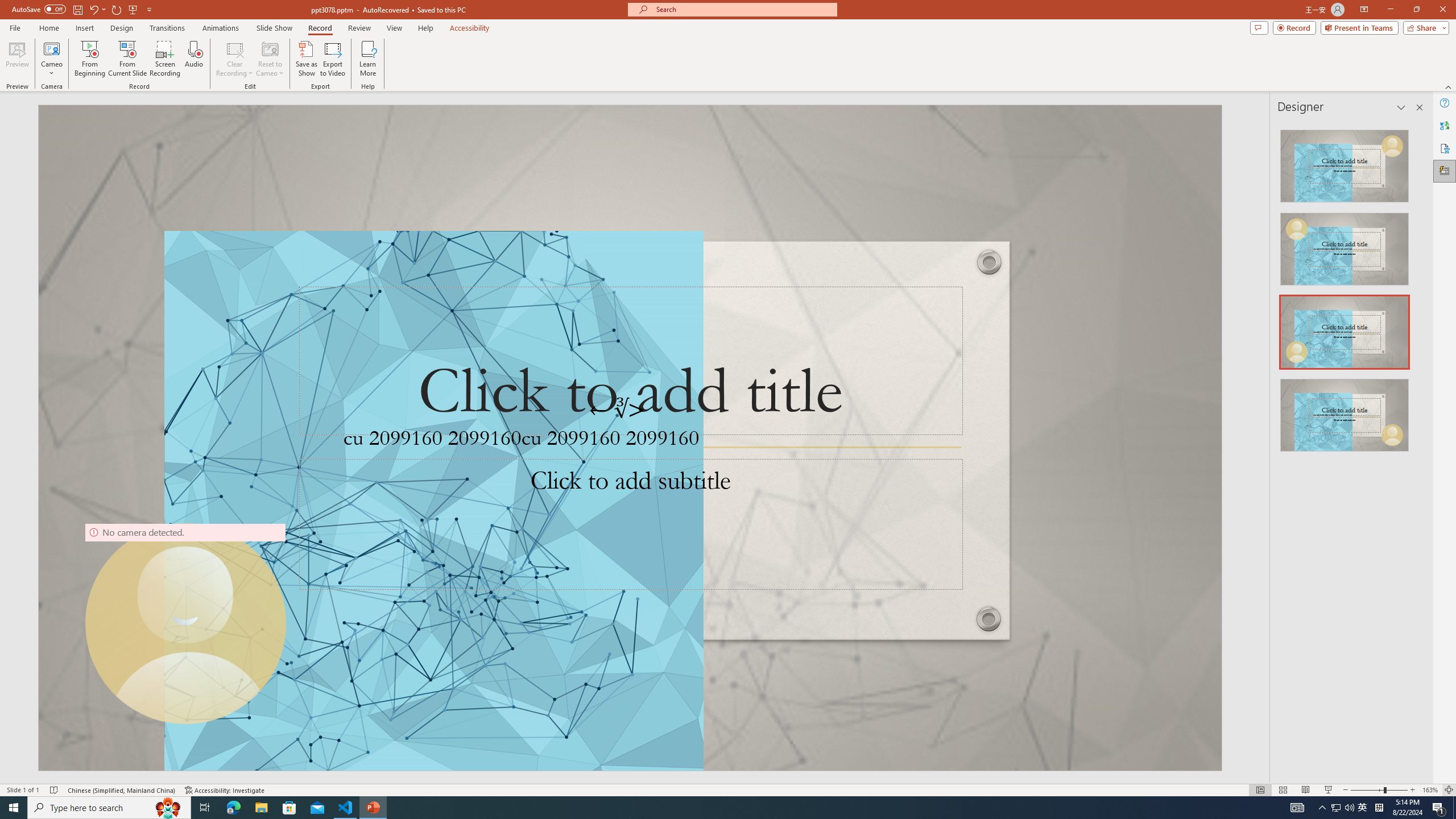 This screenshot has height=819, width=1456. Describe the element at coordinates (332, 59) in the screenshot. I see `'Export to Video'` at that location.